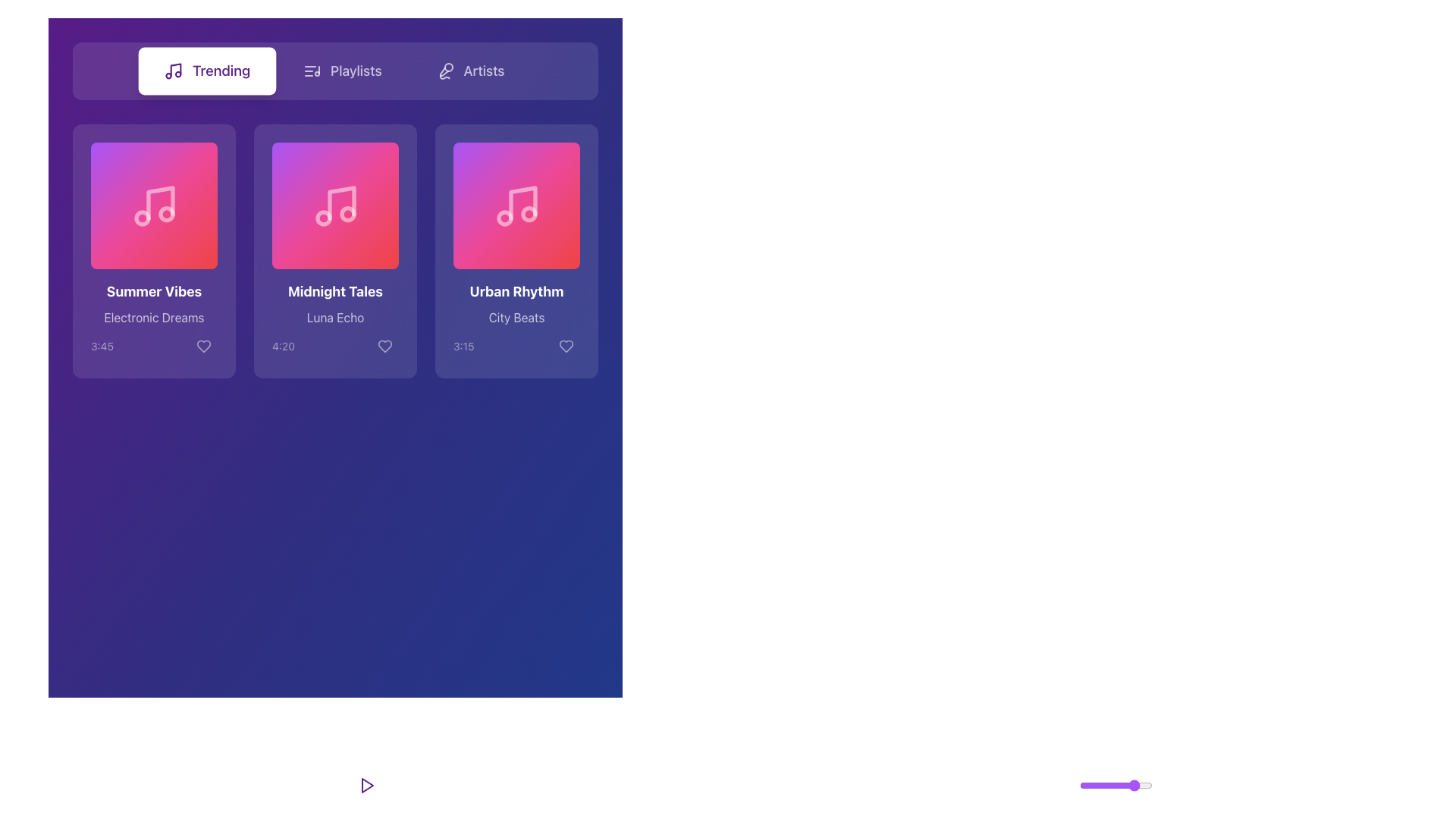  What do you see at coordinates (566, 346) in the screenshot?
I see `the 'favorite' button located at the bottom-right corner of the 'Urban Rhythm' card, next to the duration '3:15', to favorite or unfavorite the content` at bounding box center [566, 346].